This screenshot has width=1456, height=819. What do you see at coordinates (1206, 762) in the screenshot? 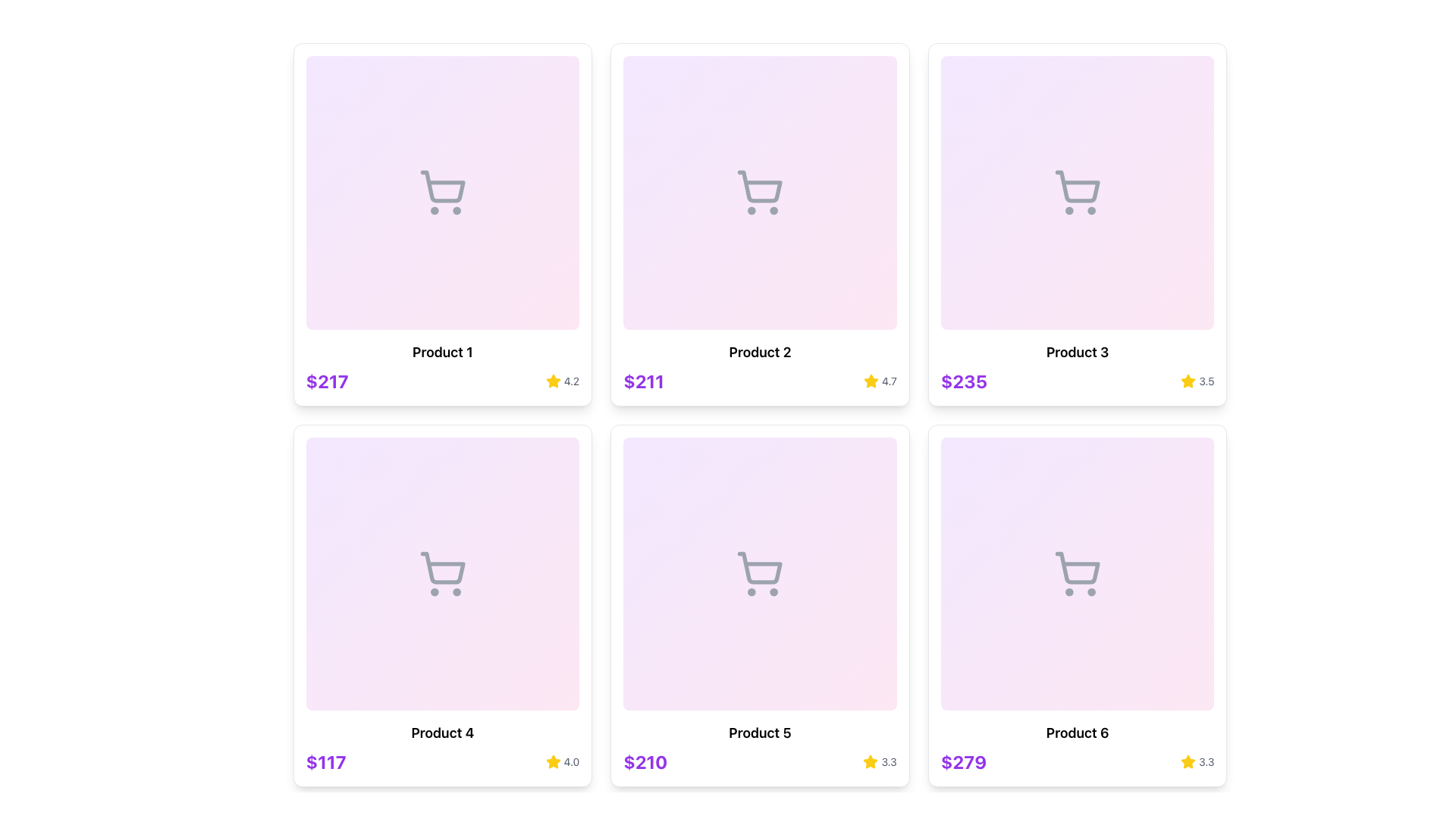
I see `the content of the rating text label displayed for 'Product 5', which is located below the product name and next to the star icon in the ratings section` at bounding box center [1206, 762].